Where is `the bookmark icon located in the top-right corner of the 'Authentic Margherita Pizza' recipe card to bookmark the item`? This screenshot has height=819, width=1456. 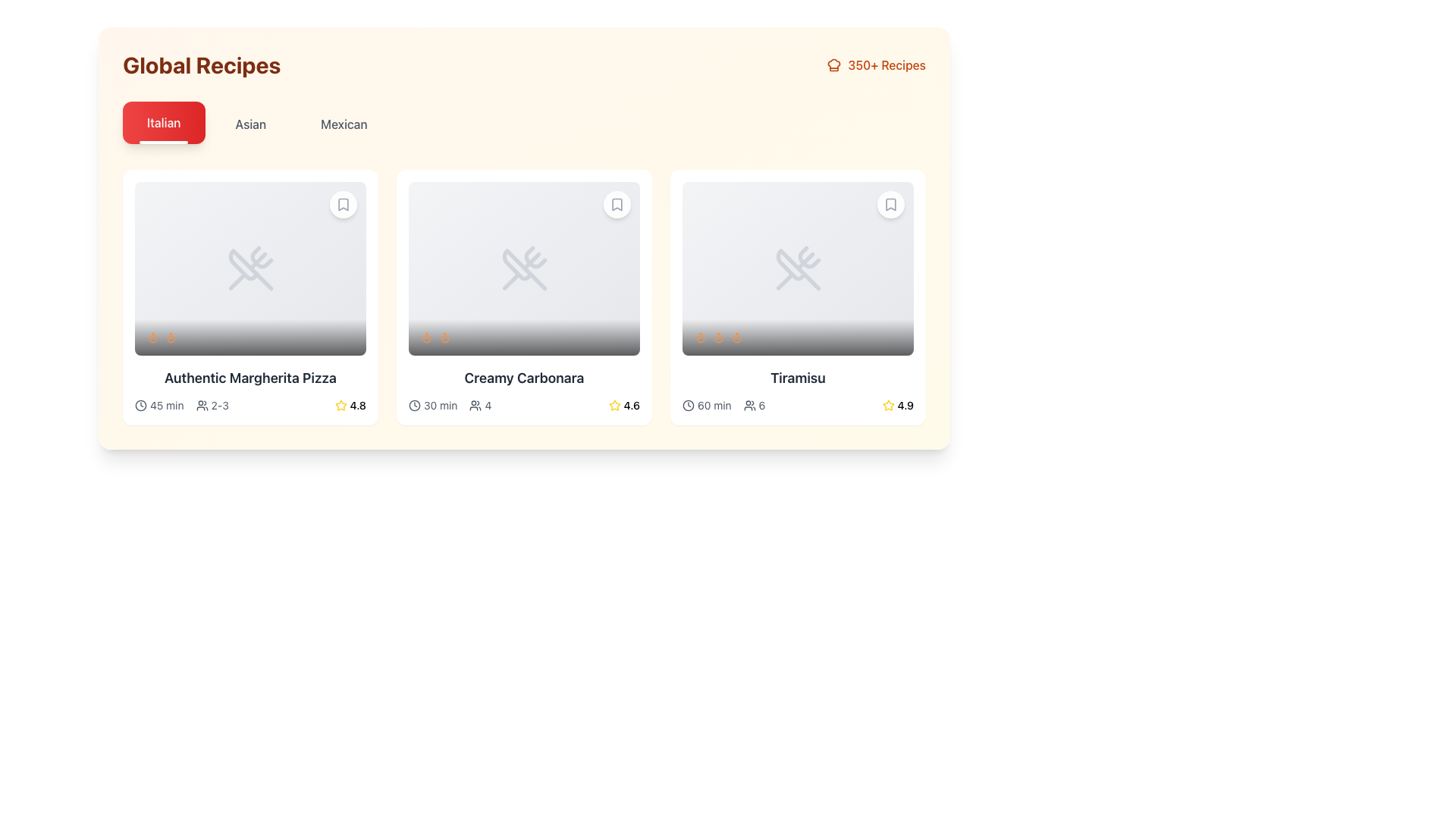 the bookmark icon located in the top-right corner of the 'Authentic Margherita Pizza' recipe card to bookmark the item is located at coordinates (342, 205).